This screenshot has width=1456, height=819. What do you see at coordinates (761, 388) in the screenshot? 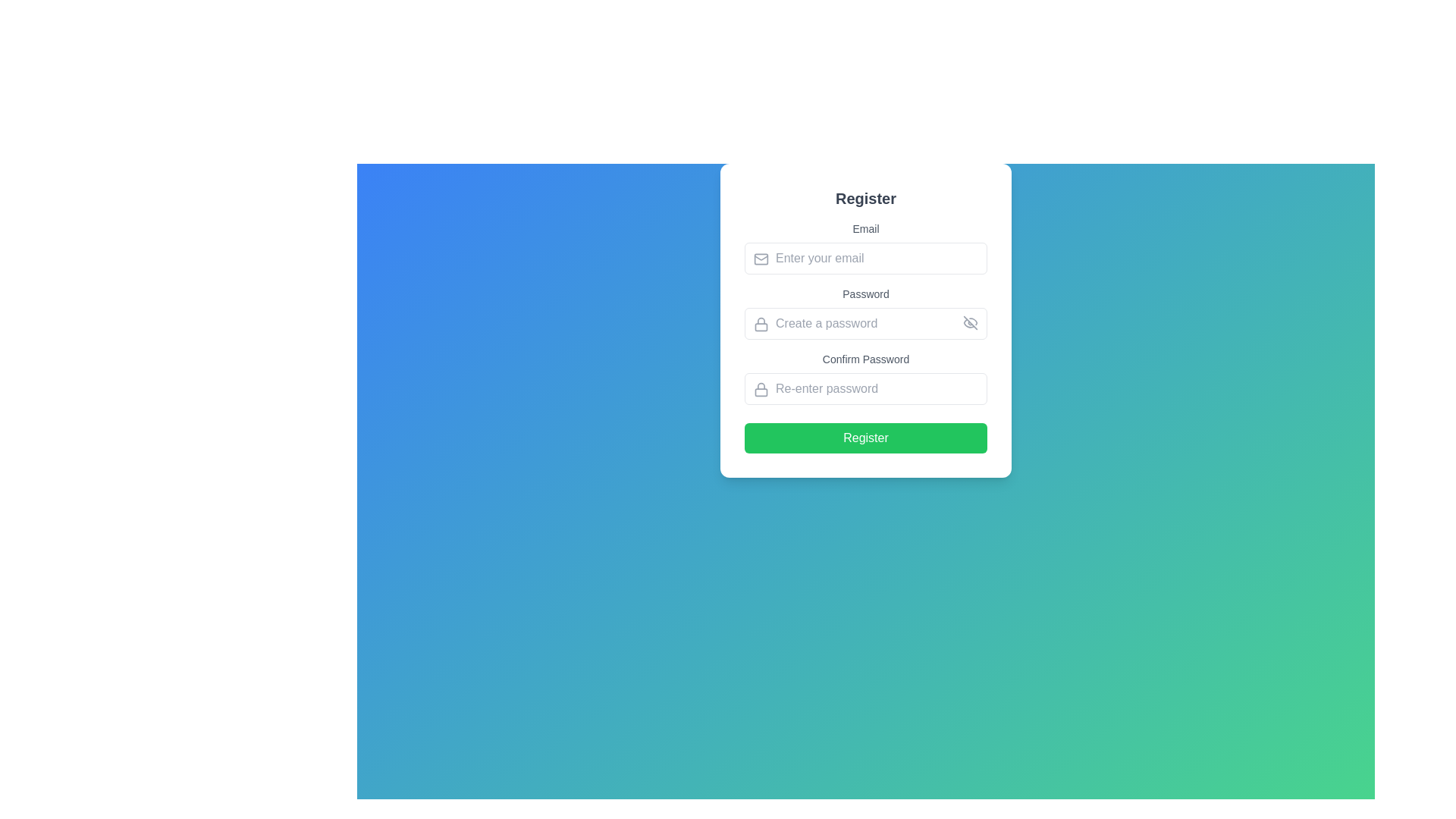
I see `the lock icon indicating the secure nature of the 'Re-enter password' input field, located at the far left of the input box` at bounding box center [761, 388].